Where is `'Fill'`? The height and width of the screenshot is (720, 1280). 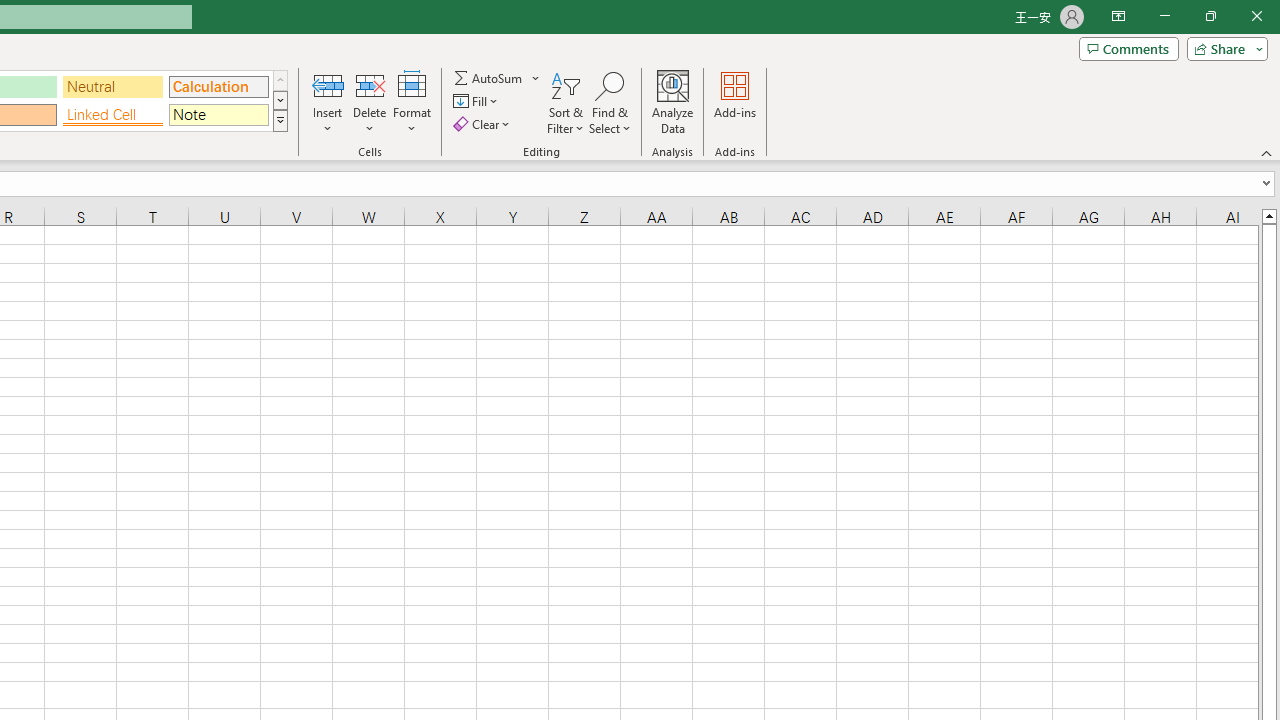 'Fill' is located at coordinates (477, 101).